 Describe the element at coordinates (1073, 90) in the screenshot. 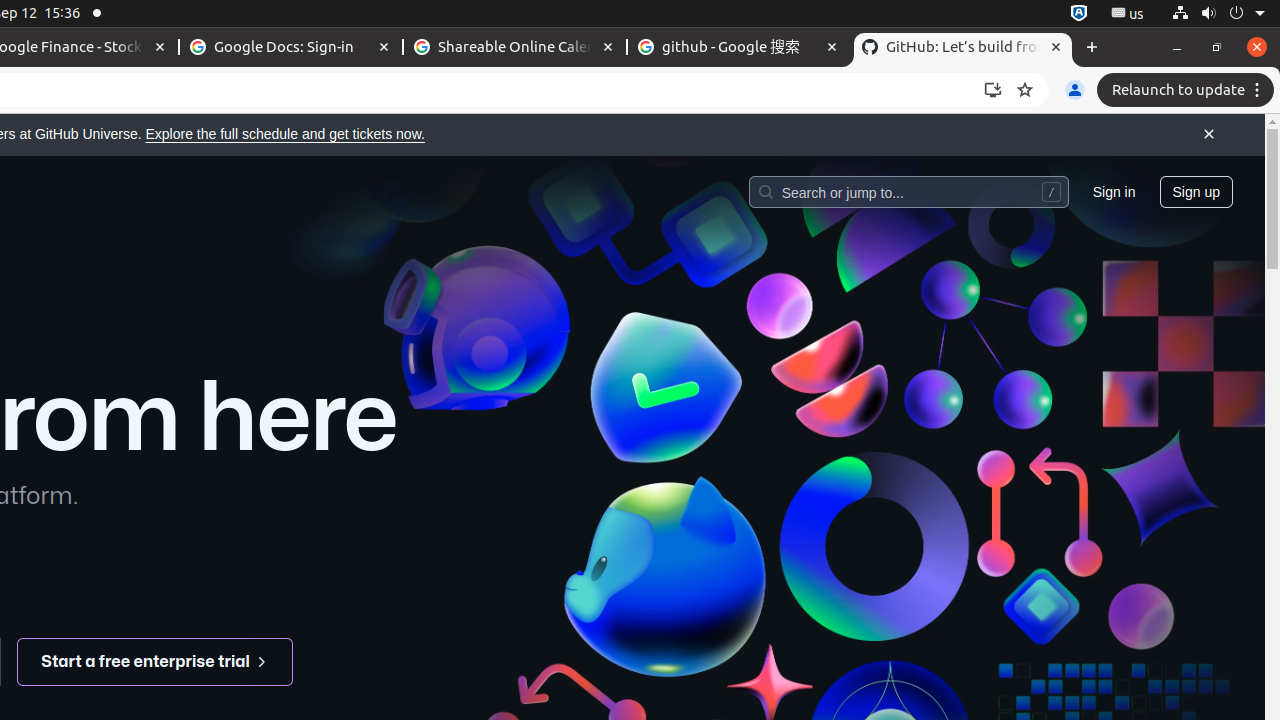

I see `'You'` at that location.